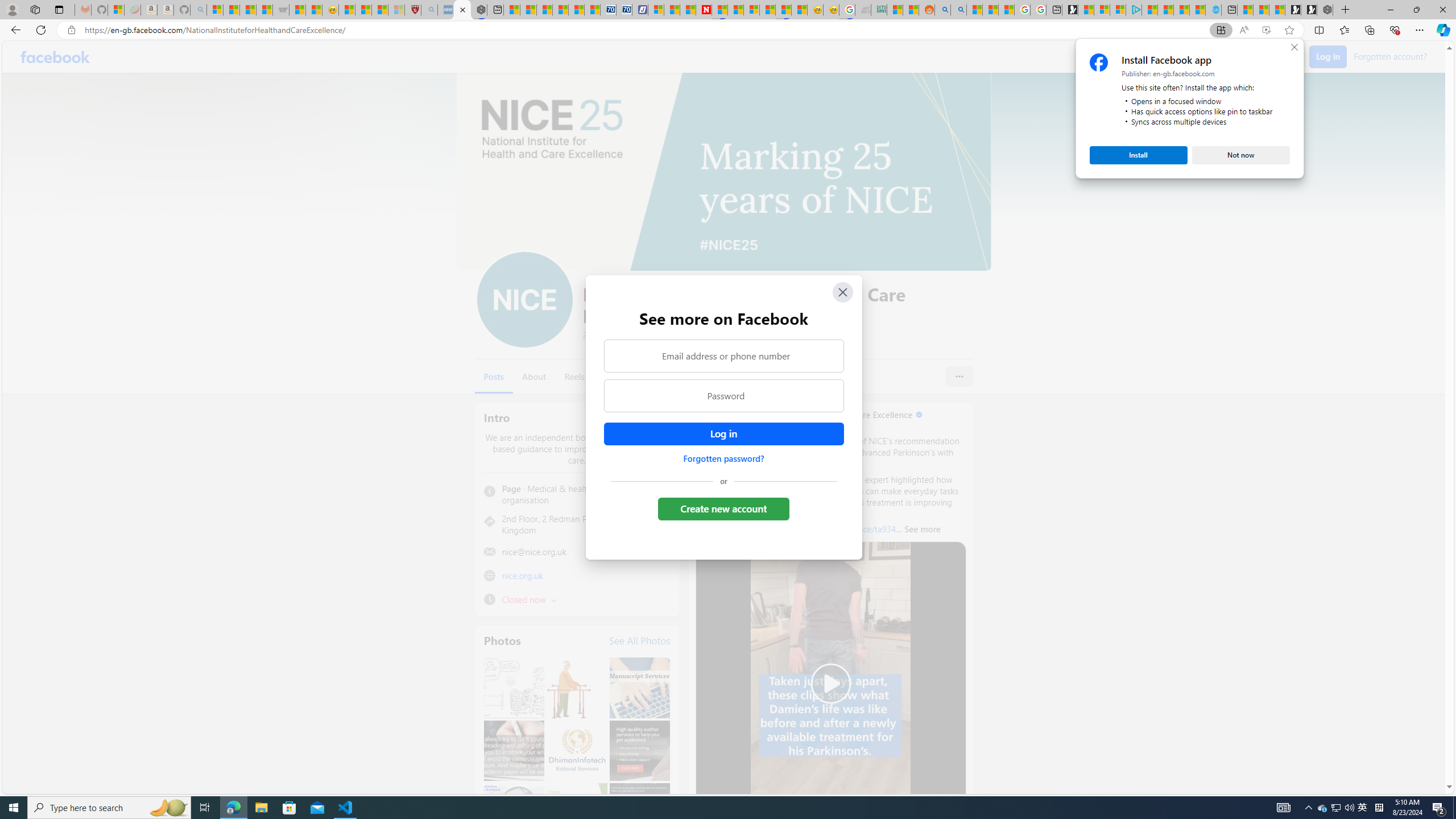  What do you see at coordinates (55, 56) in the screenshot?
I see `'Facebook'` at bounding box center [55, 56].